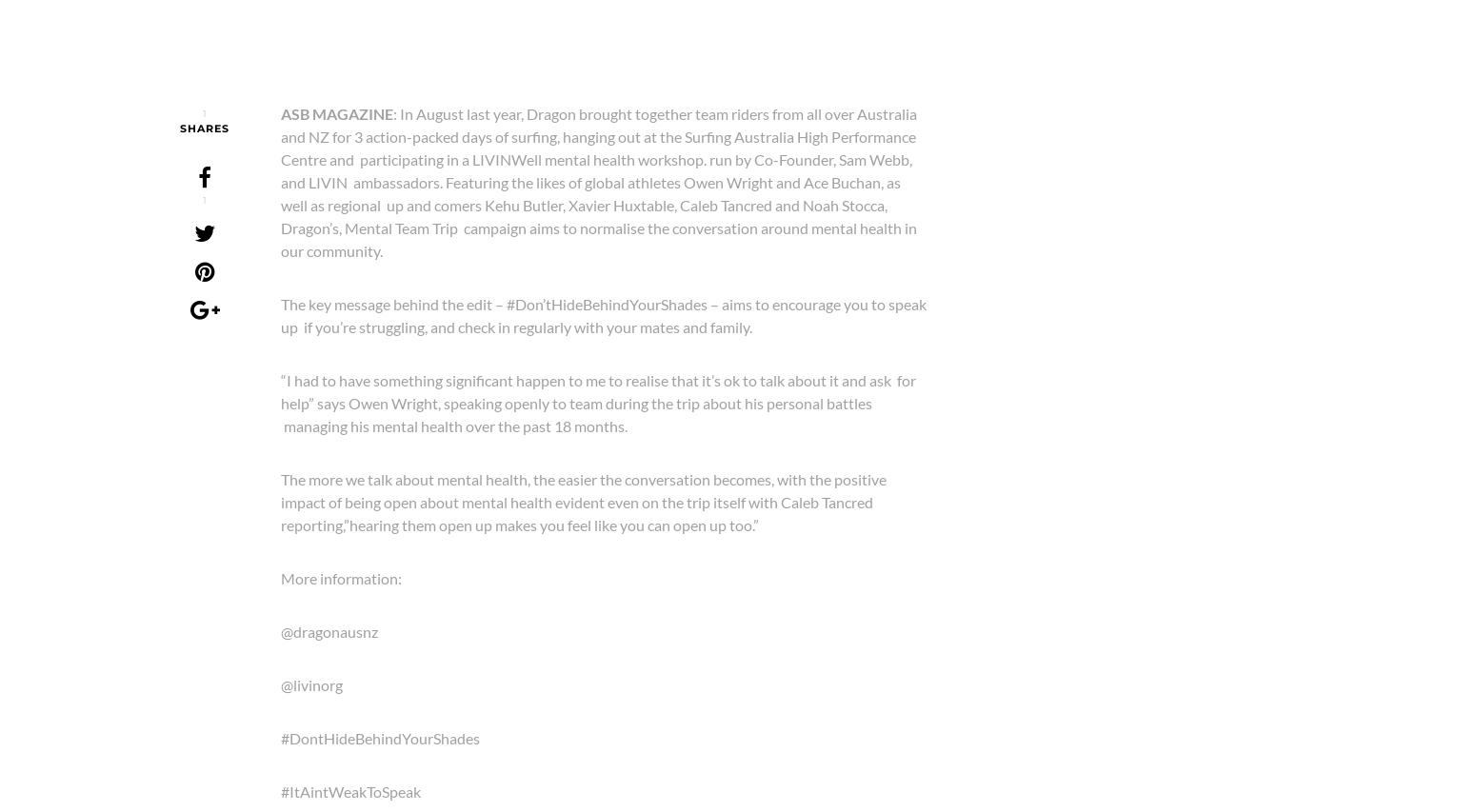 The width and height of the screenshot is (1476, 812). I want to click on 'The more we talk about mental health, the easier the conversation becomes, with the positive impact of being open about mental health evident even on the trip itself with Caleb Tancred reporting,”hearing them open up makes you feel like you can open up too.”', so click(584, 500).